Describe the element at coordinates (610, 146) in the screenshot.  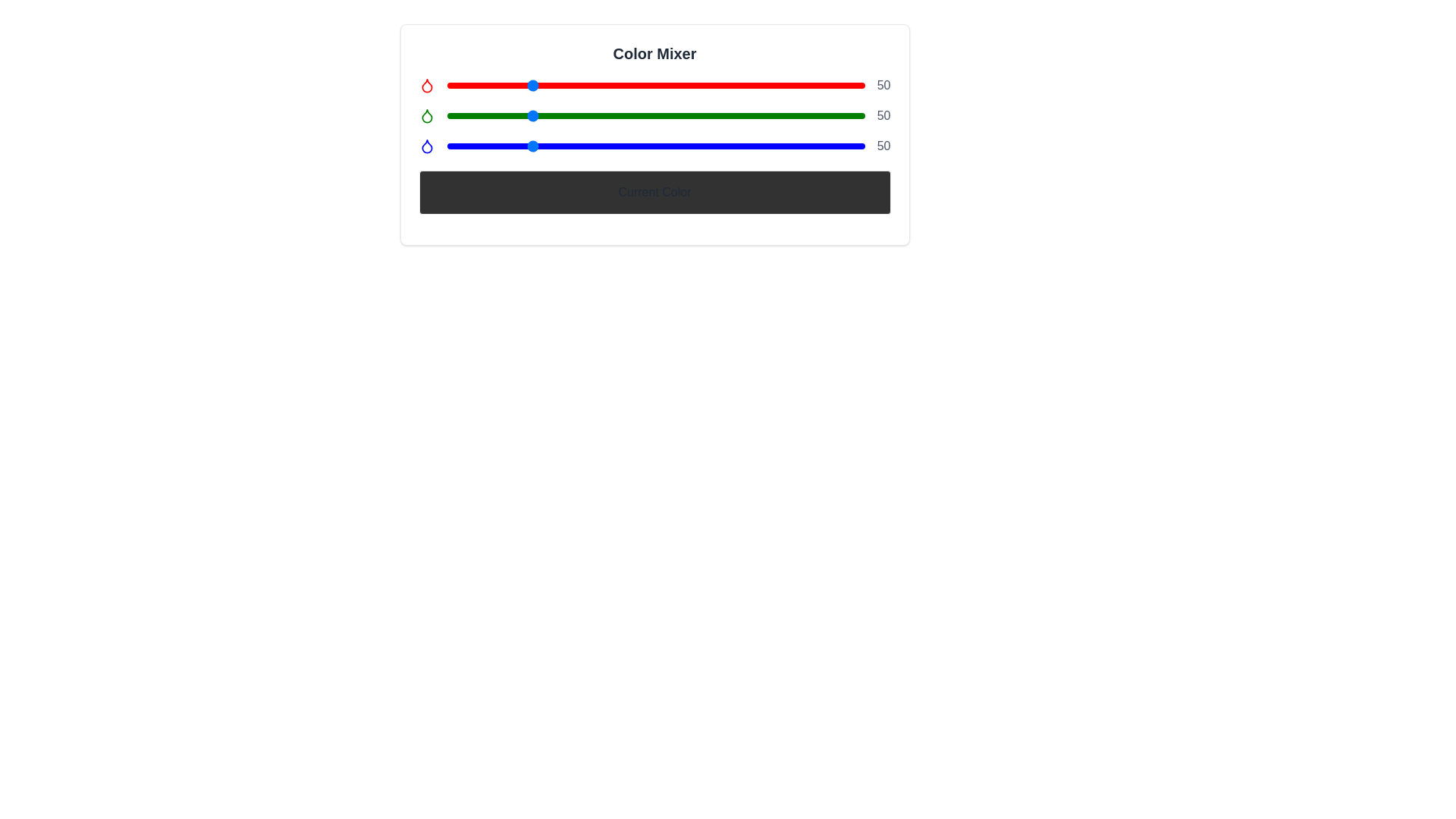
I see `the blue slider to set its value to 100` at that location.